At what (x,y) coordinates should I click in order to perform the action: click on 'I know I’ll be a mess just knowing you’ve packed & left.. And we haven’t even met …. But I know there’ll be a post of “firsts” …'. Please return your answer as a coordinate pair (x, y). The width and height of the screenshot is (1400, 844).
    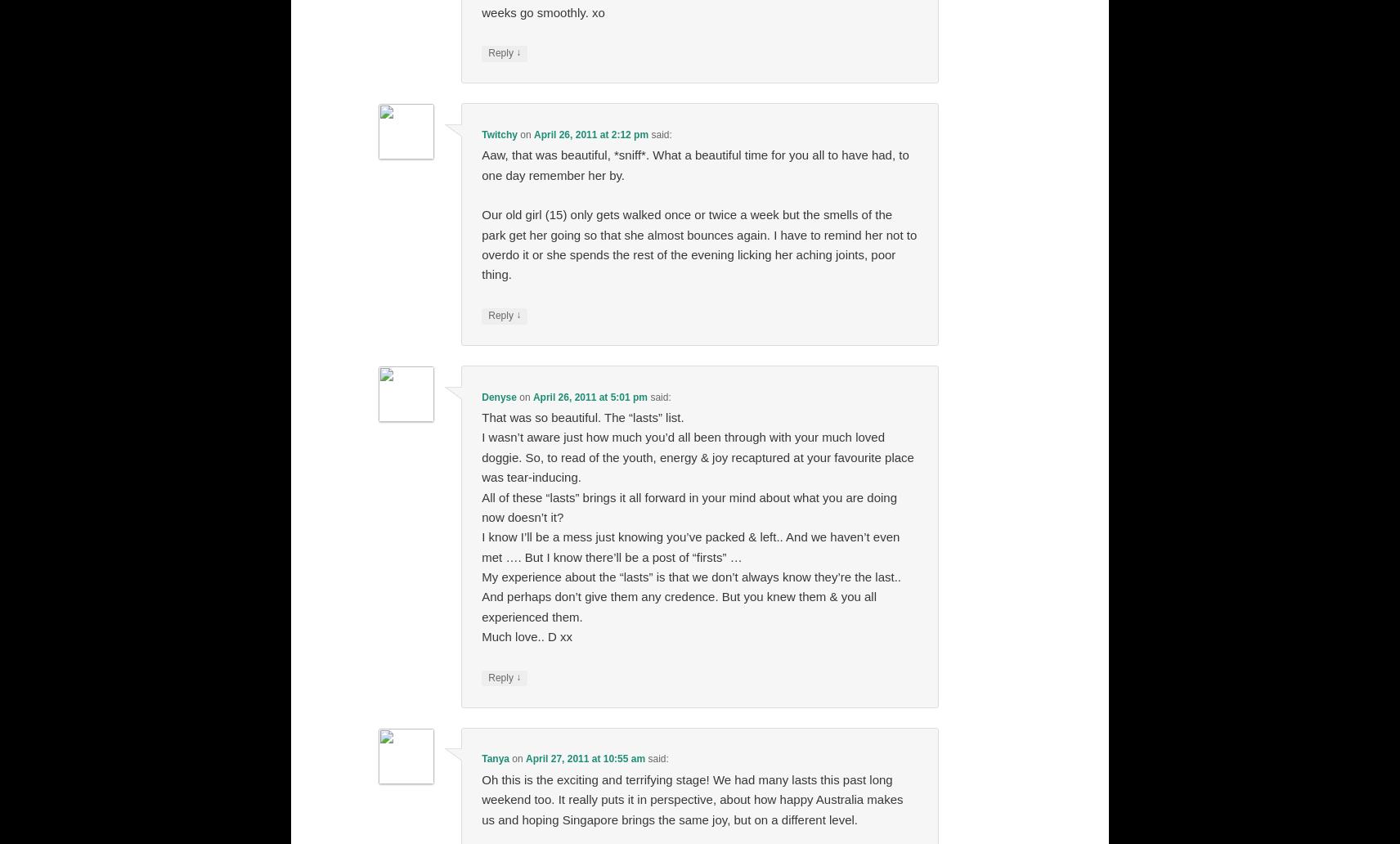
    Looking at the image, I should click on (480, 545).